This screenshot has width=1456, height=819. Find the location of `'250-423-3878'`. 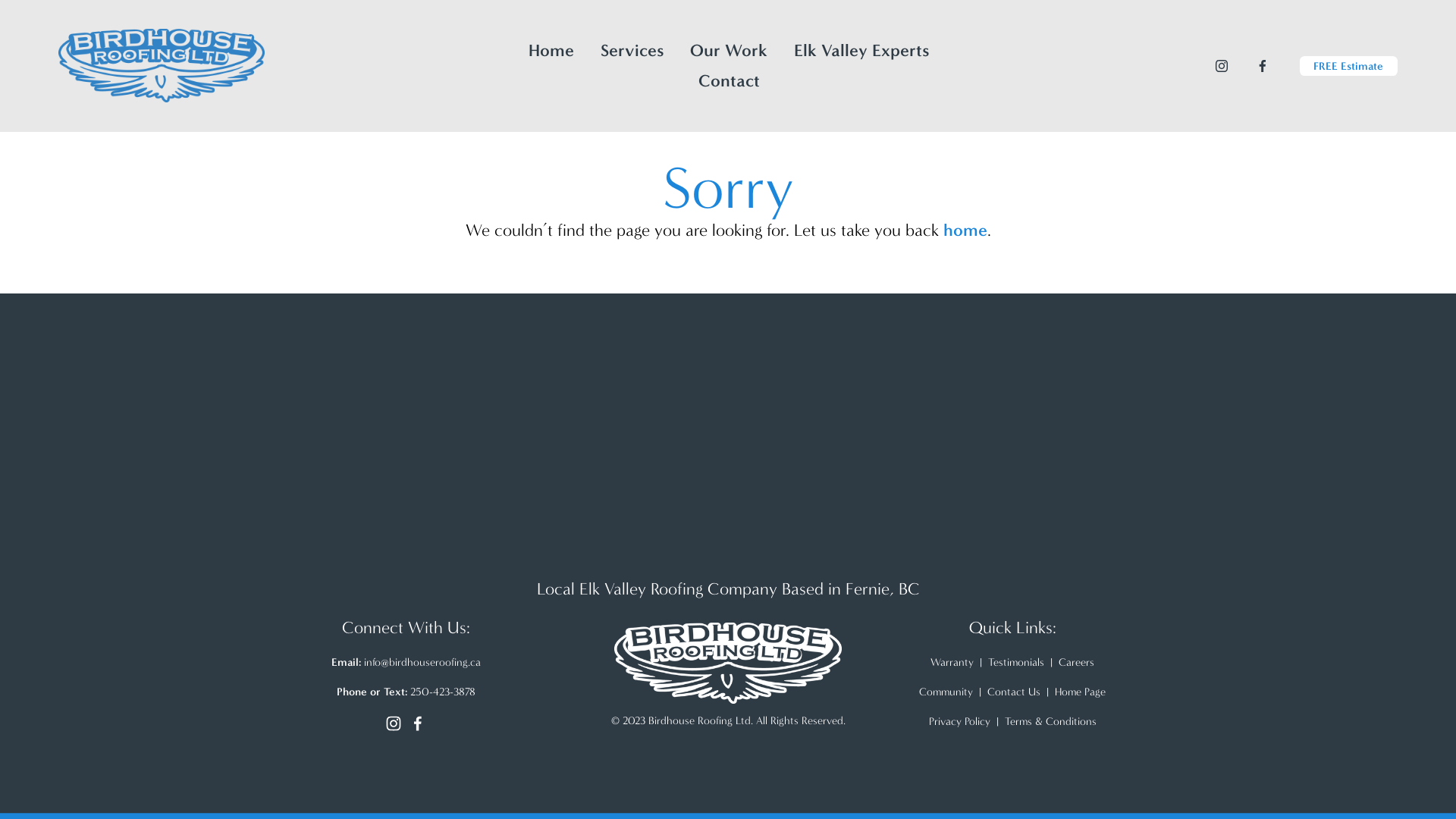

'250-423-3878' is located at coordinates (441, 692).